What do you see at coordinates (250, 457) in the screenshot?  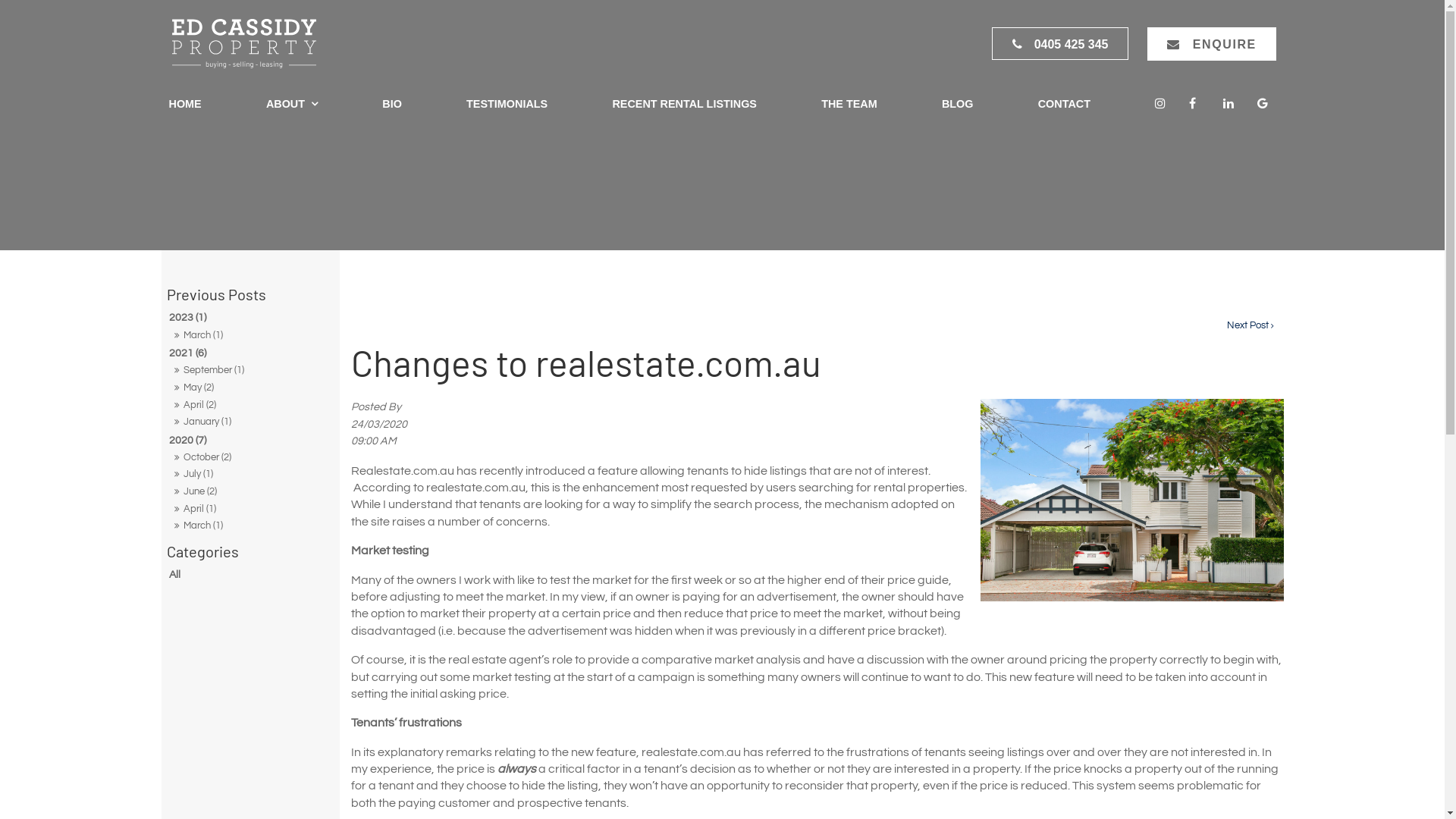 I see `'October (2)'` at bounding box center [250, 457].